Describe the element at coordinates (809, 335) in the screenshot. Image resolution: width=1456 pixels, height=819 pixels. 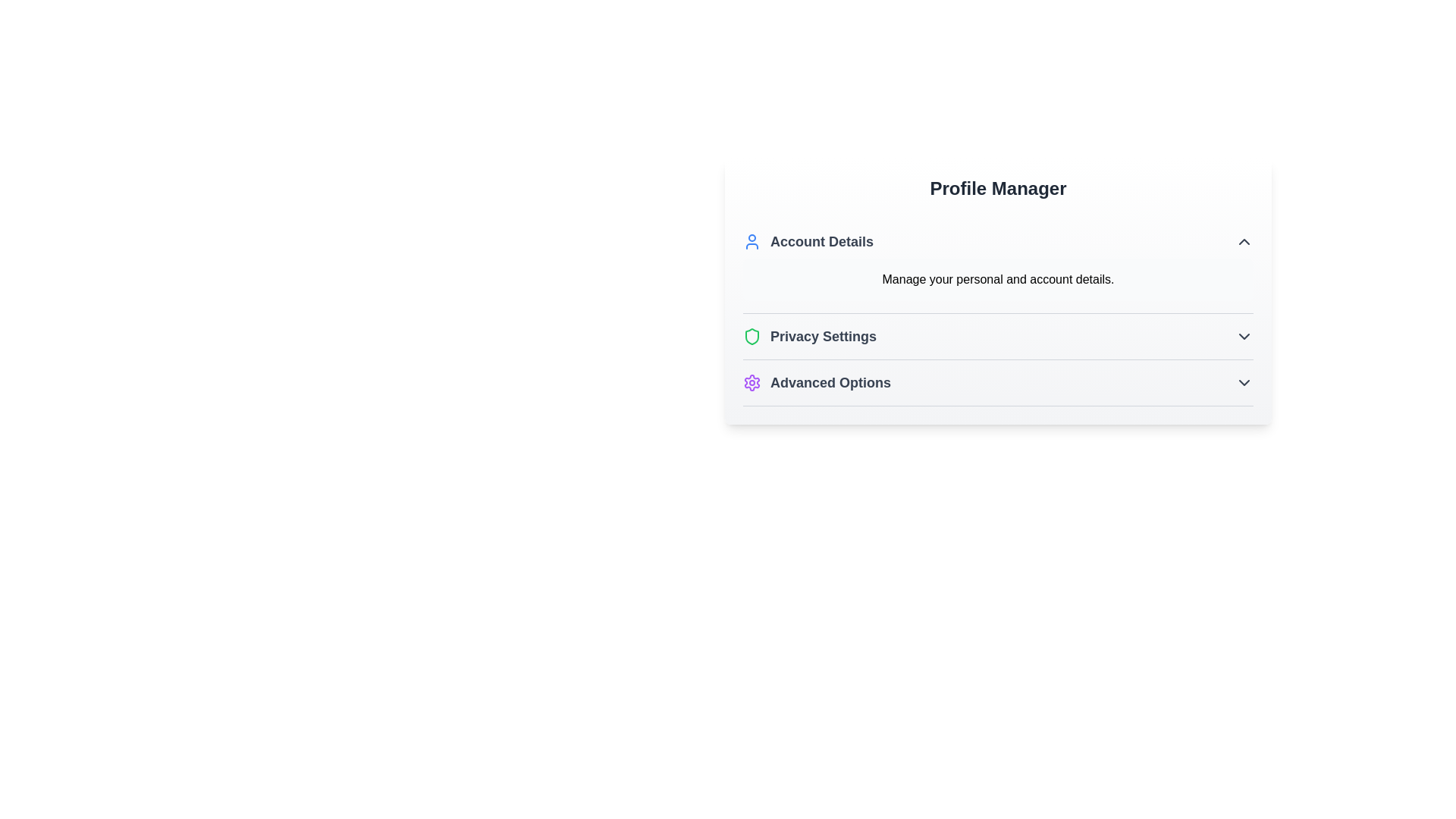
I see `the privacy-related settings icon in the second item of the list under the 'Account Details' section for more information` at that location.